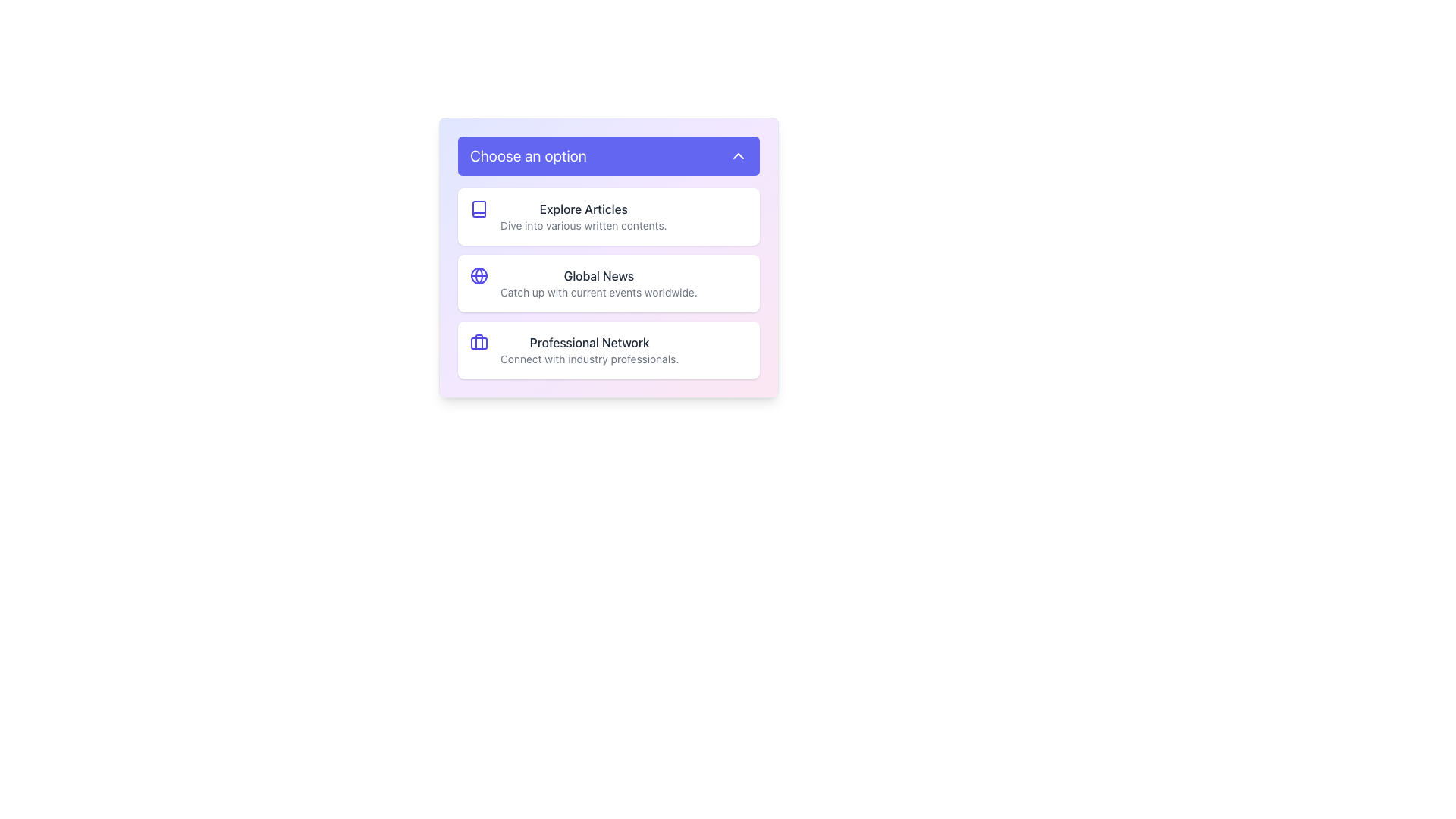 Image resolution: width=1456 pixels, height=819 pixels. Describe the element at coordinates (582, 216) in the screenshot. I see `the selectable text block that serves as an option directing users to a section or page featuring articles` at that location.